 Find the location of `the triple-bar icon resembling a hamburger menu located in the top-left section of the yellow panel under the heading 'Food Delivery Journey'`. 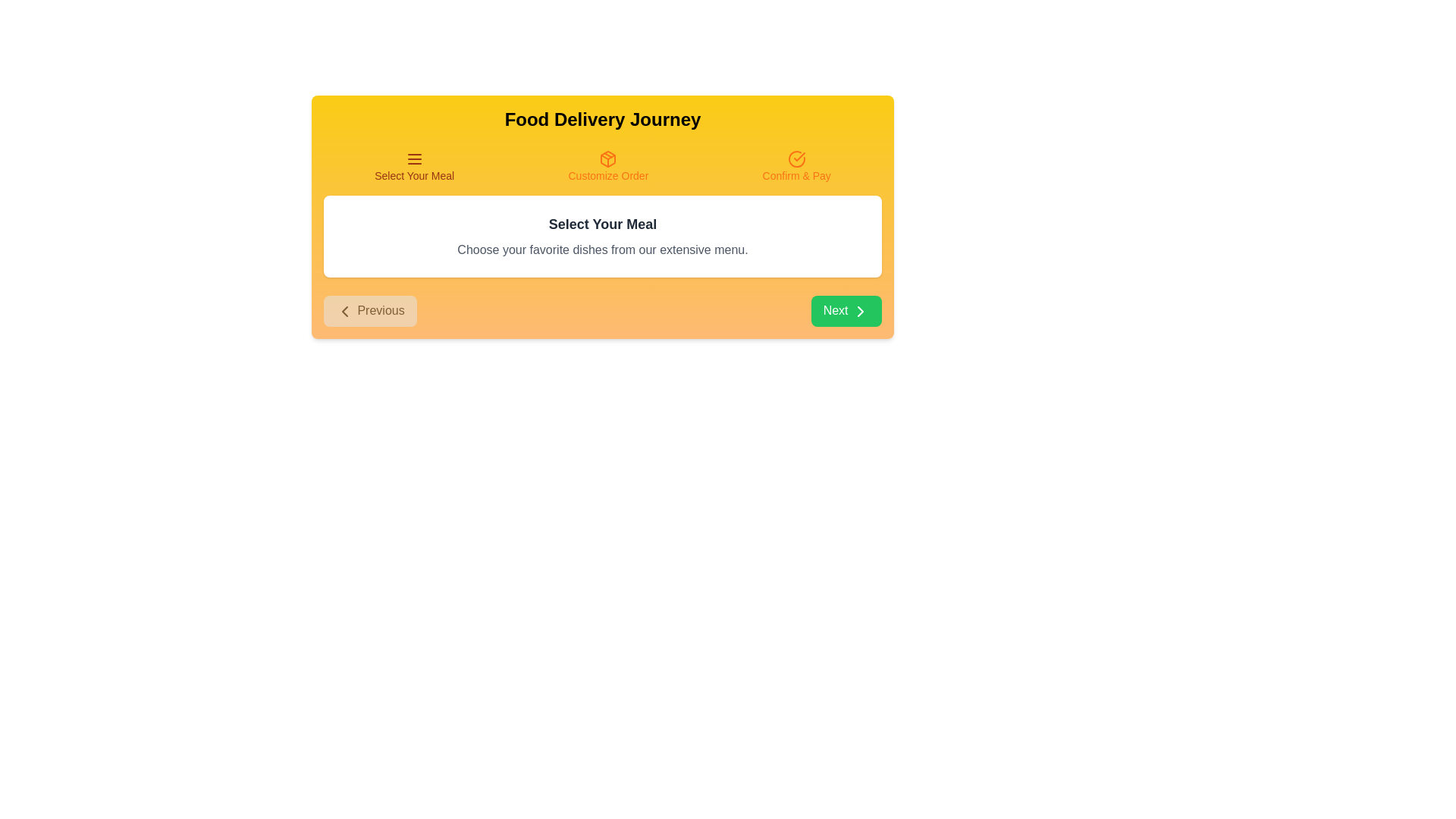

the triple-bar icon resembling a hamburger menu located in the top-left section of the yellow panel under the heading 'Food Delivery Journey' is located at coordinates (414, 158).